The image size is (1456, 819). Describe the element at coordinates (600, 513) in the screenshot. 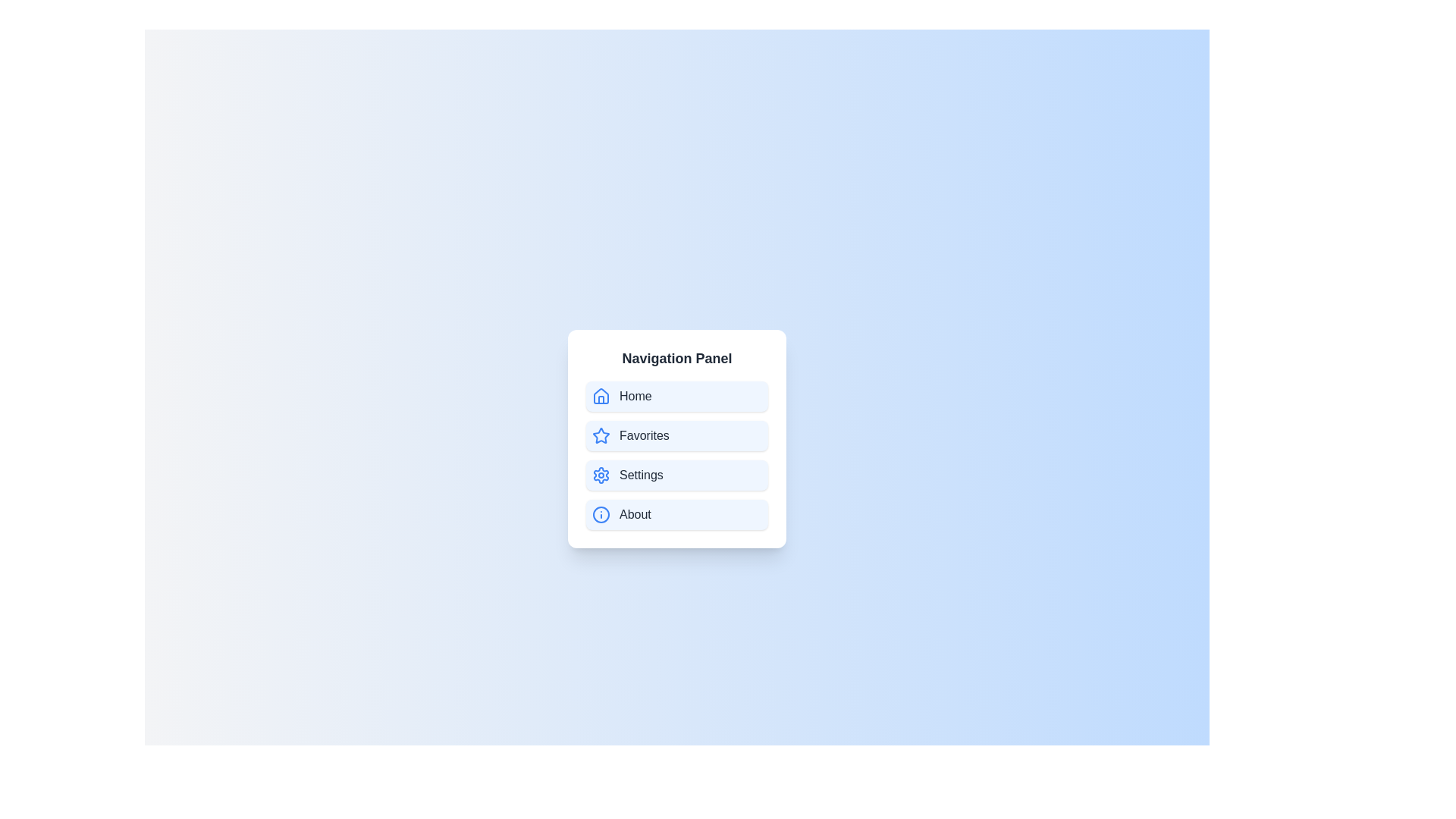

I see `the blue circular outline with a white-filled center, which is positioned within the 'info' icon next to the 'About' text in the navigation panel` at that location.